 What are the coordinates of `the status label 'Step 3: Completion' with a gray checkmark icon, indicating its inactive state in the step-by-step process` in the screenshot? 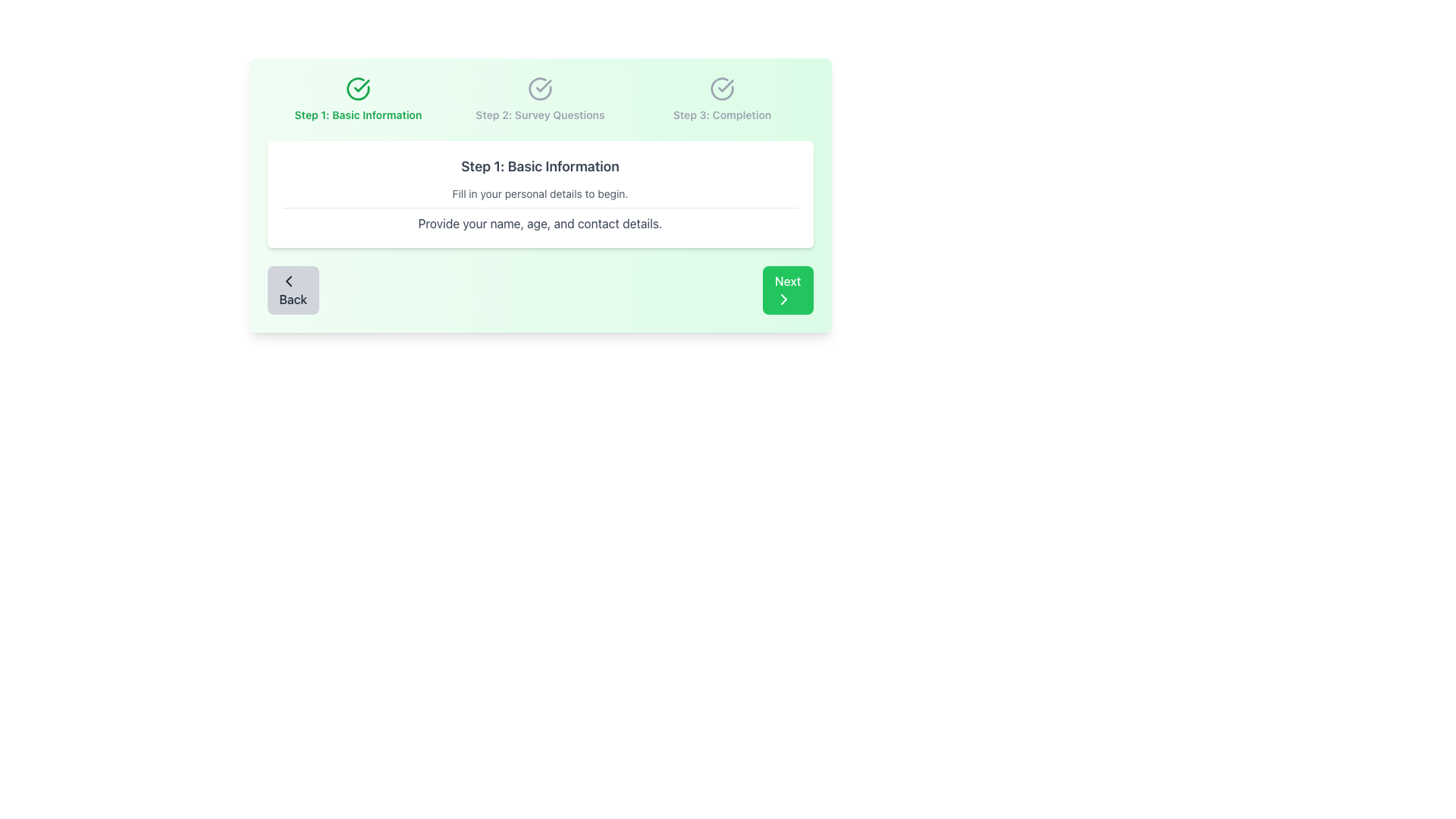 It's located at (721, 99).